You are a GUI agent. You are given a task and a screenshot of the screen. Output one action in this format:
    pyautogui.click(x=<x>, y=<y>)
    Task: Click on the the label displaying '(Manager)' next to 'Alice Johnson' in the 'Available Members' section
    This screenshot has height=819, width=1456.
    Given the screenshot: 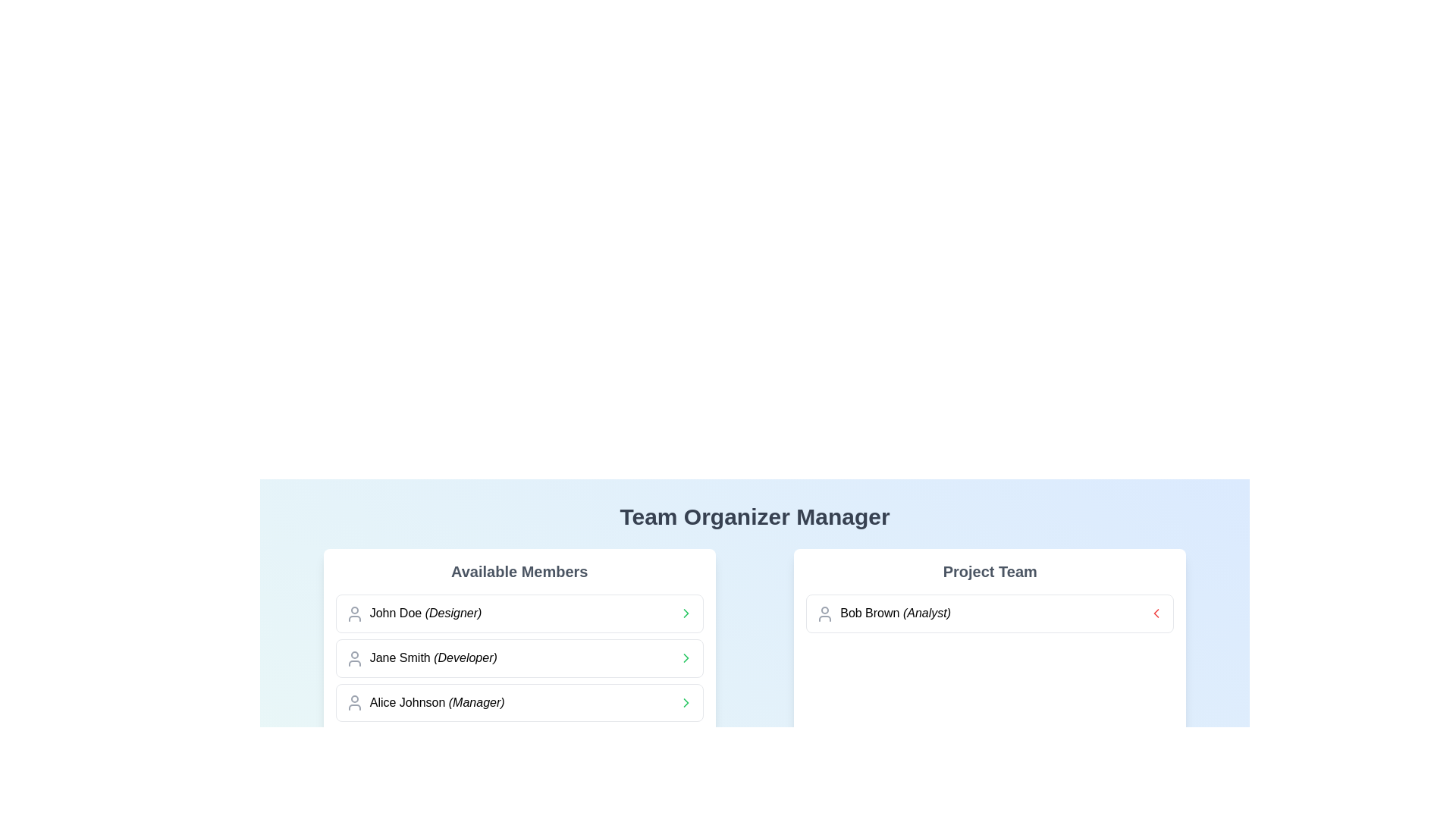 What is the action you would take?
    pyautogui.click(x=475, y=701)
    